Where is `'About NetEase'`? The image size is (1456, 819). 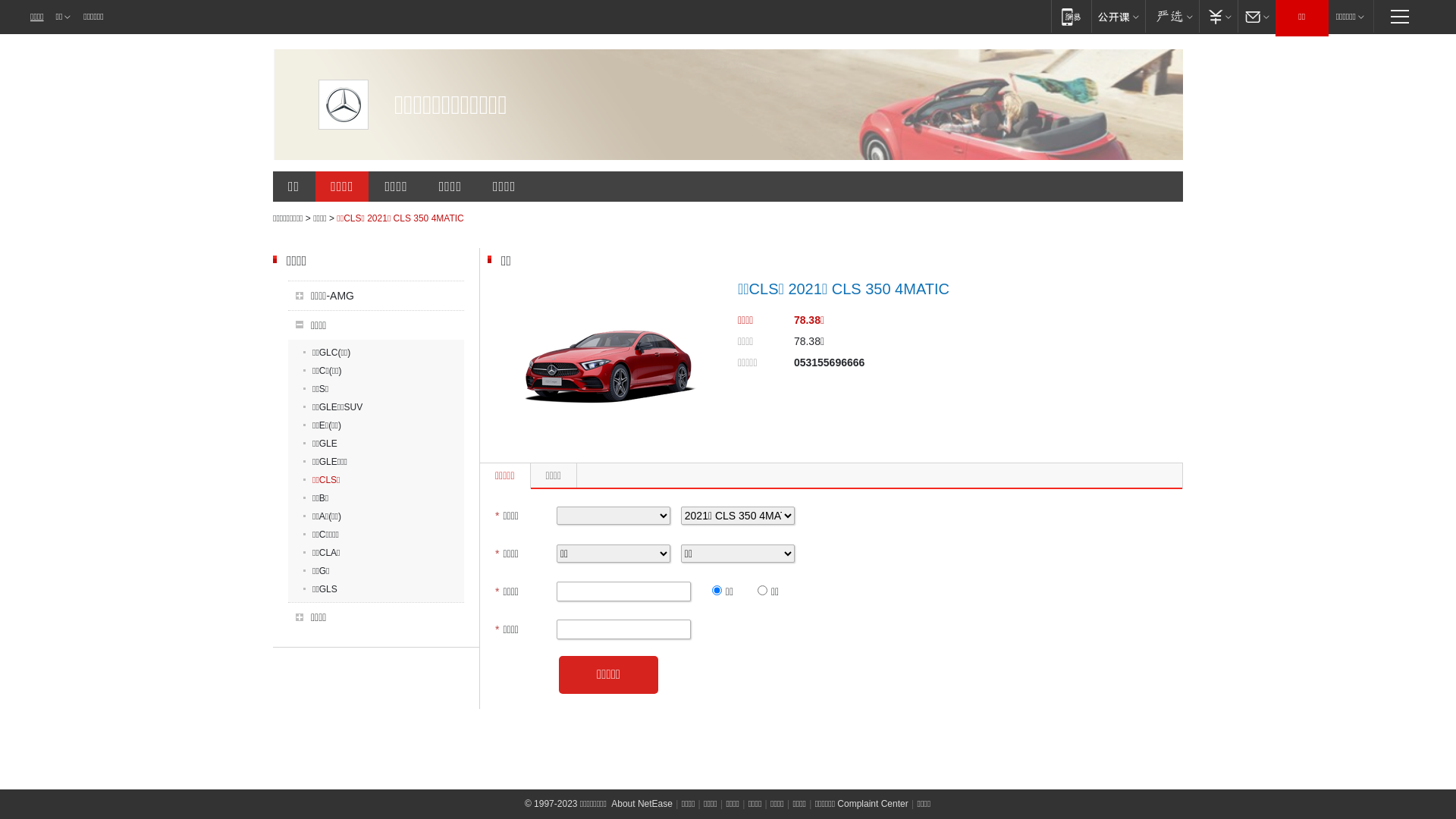
'About NetEase' is located at coordinates (642, 803).